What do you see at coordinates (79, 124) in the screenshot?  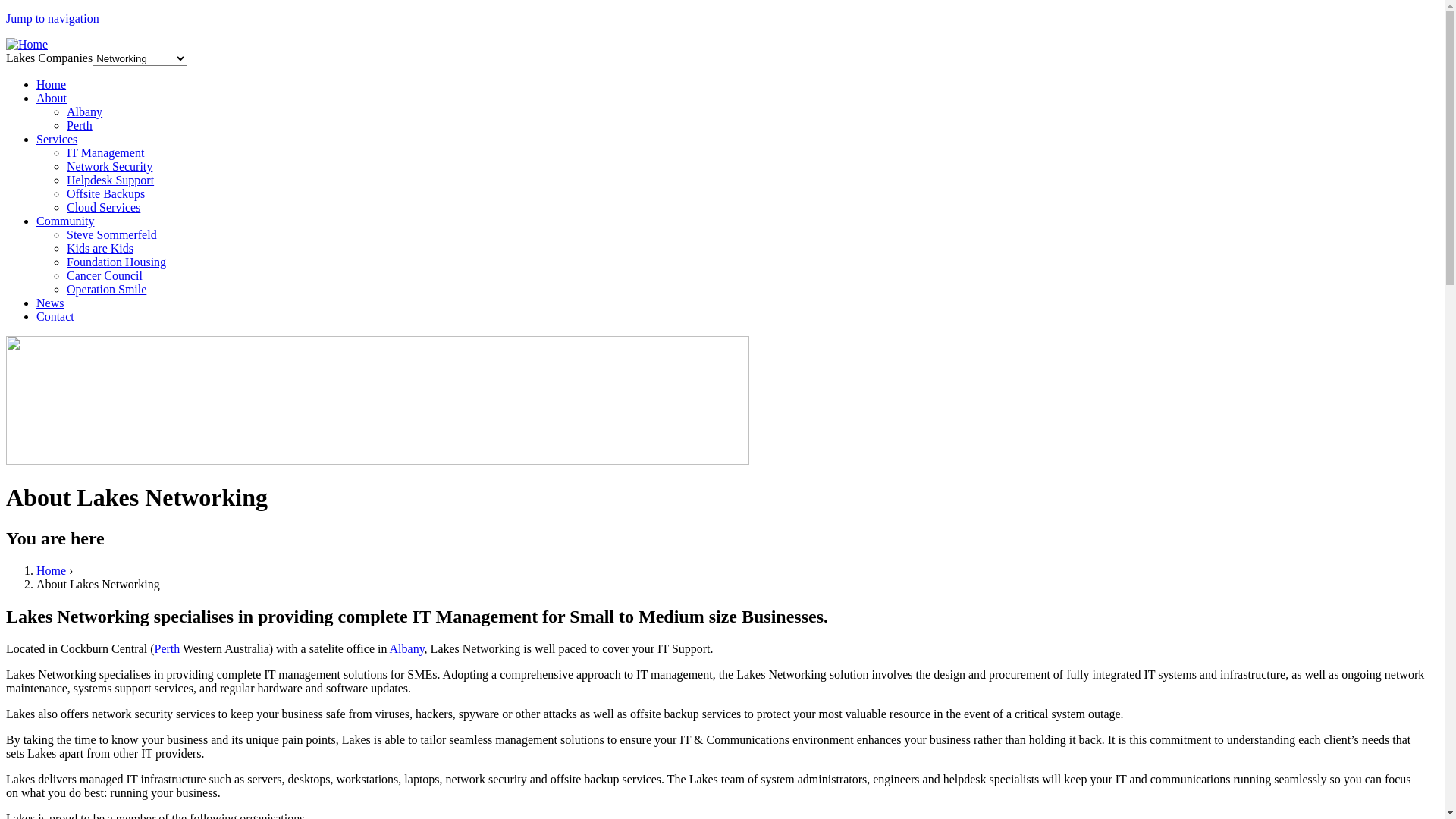 I see `'Perth'` at bounding box center [79, 124].